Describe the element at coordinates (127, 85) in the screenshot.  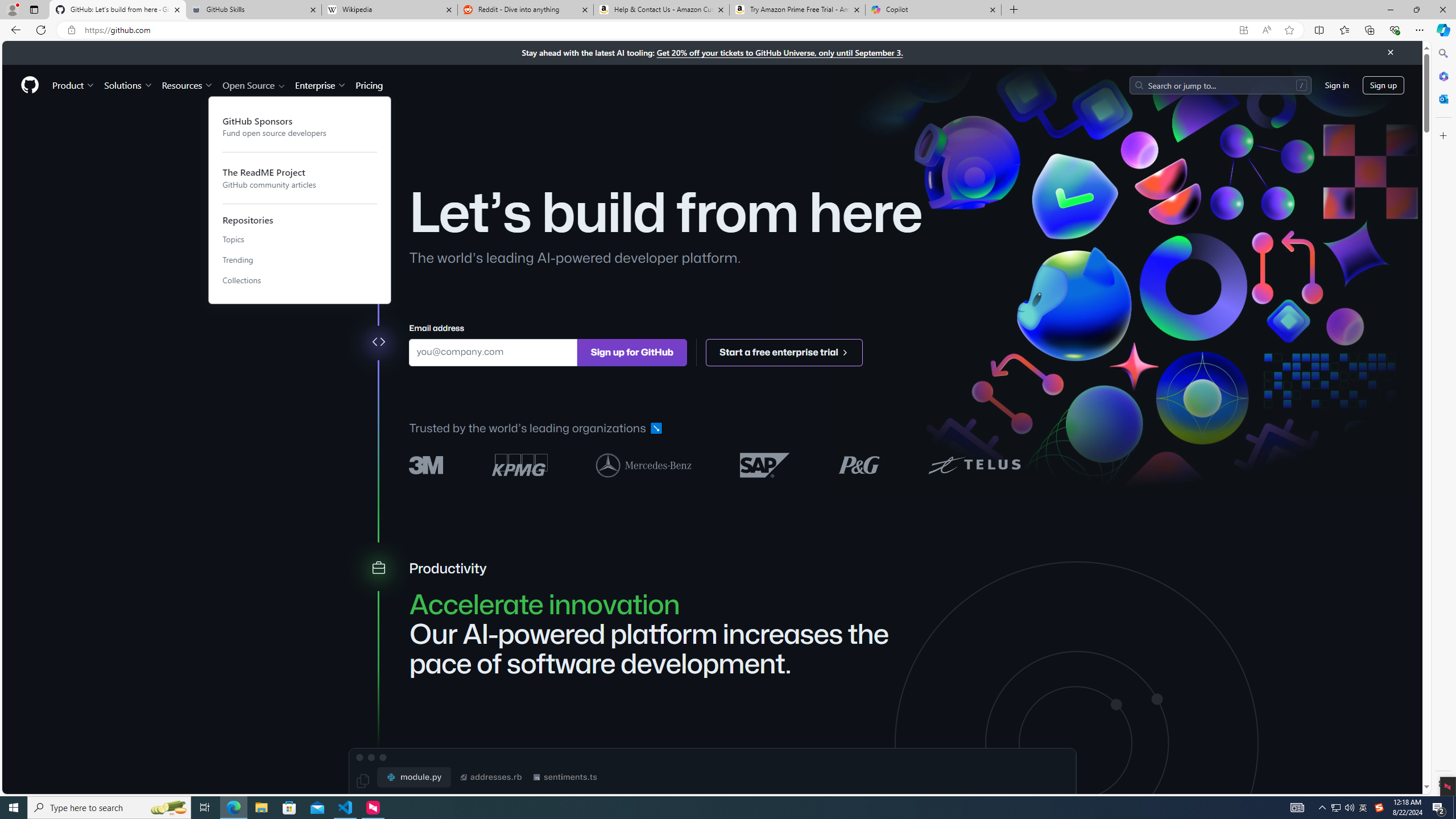
I see `'Solutions'` at that location.